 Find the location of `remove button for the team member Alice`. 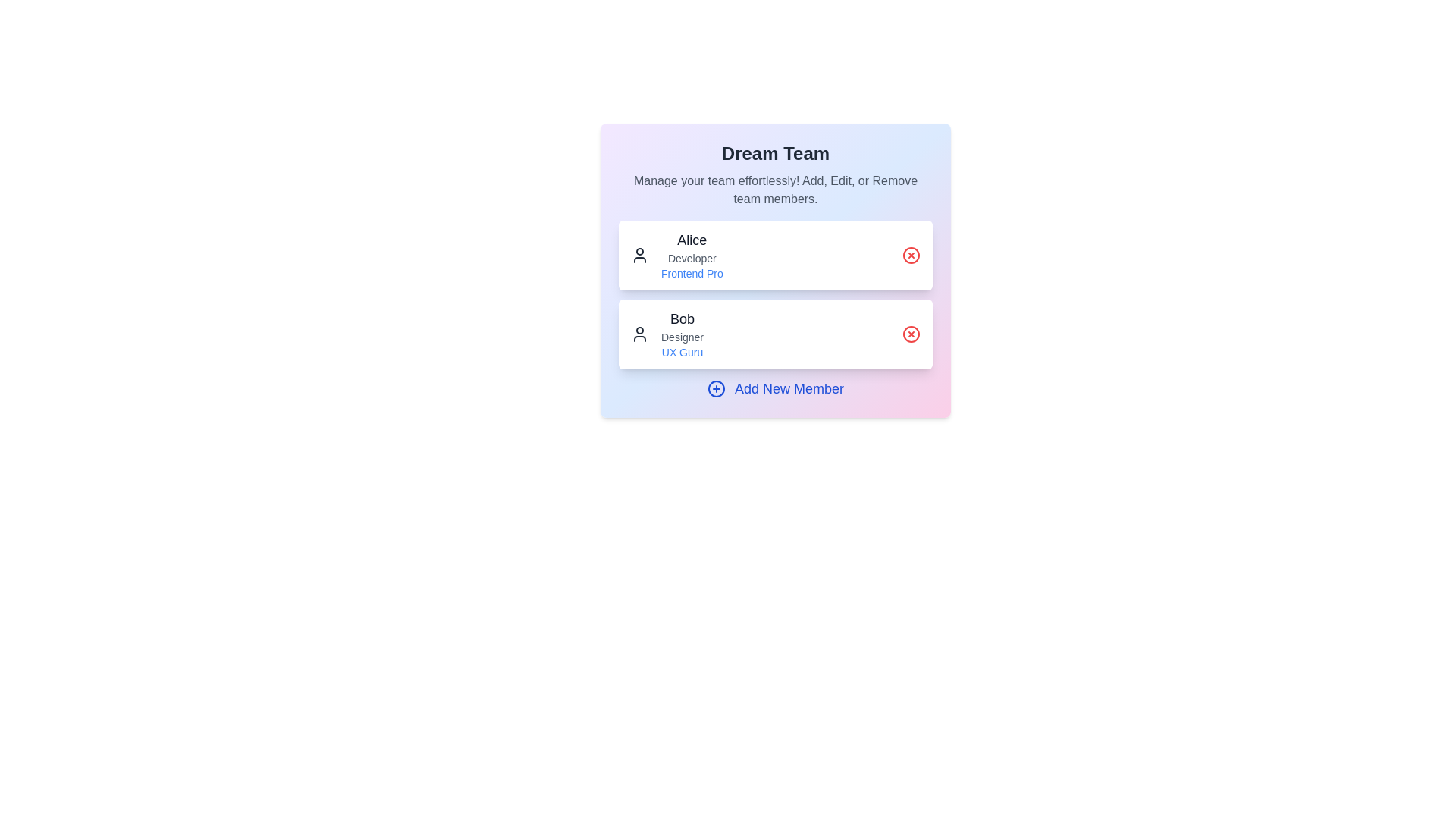

remove button for the team member Alice is located at coordinates (910, 254).